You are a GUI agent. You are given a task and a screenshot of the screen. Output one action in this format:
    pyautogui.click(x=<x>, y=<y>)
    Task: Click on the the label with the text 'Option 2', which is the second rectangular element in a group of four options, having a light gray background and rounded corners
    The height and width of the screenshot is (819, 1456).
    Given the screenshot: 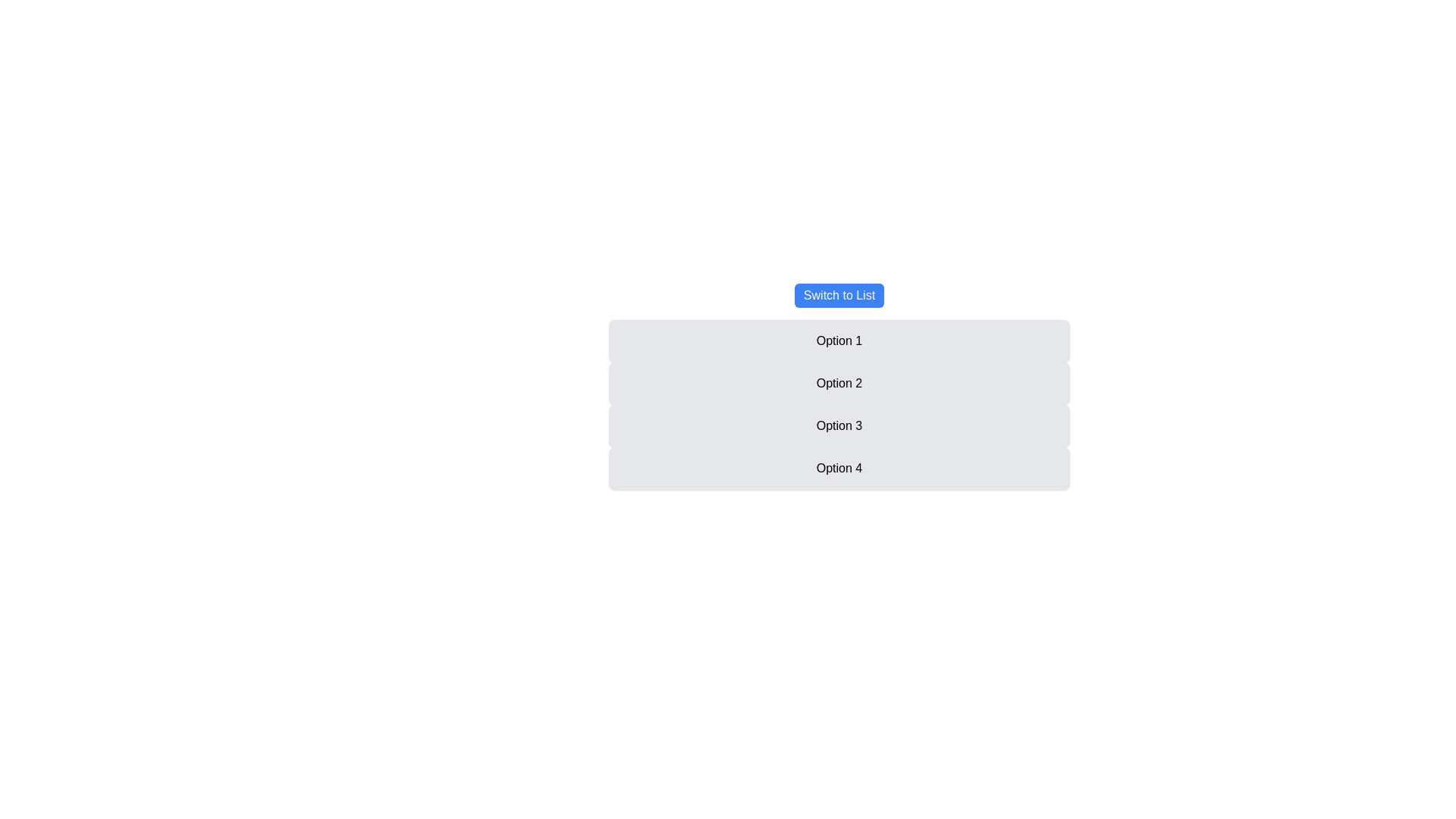 What is the action you would take?
    pyautogui.click(x=839, y=382)
    